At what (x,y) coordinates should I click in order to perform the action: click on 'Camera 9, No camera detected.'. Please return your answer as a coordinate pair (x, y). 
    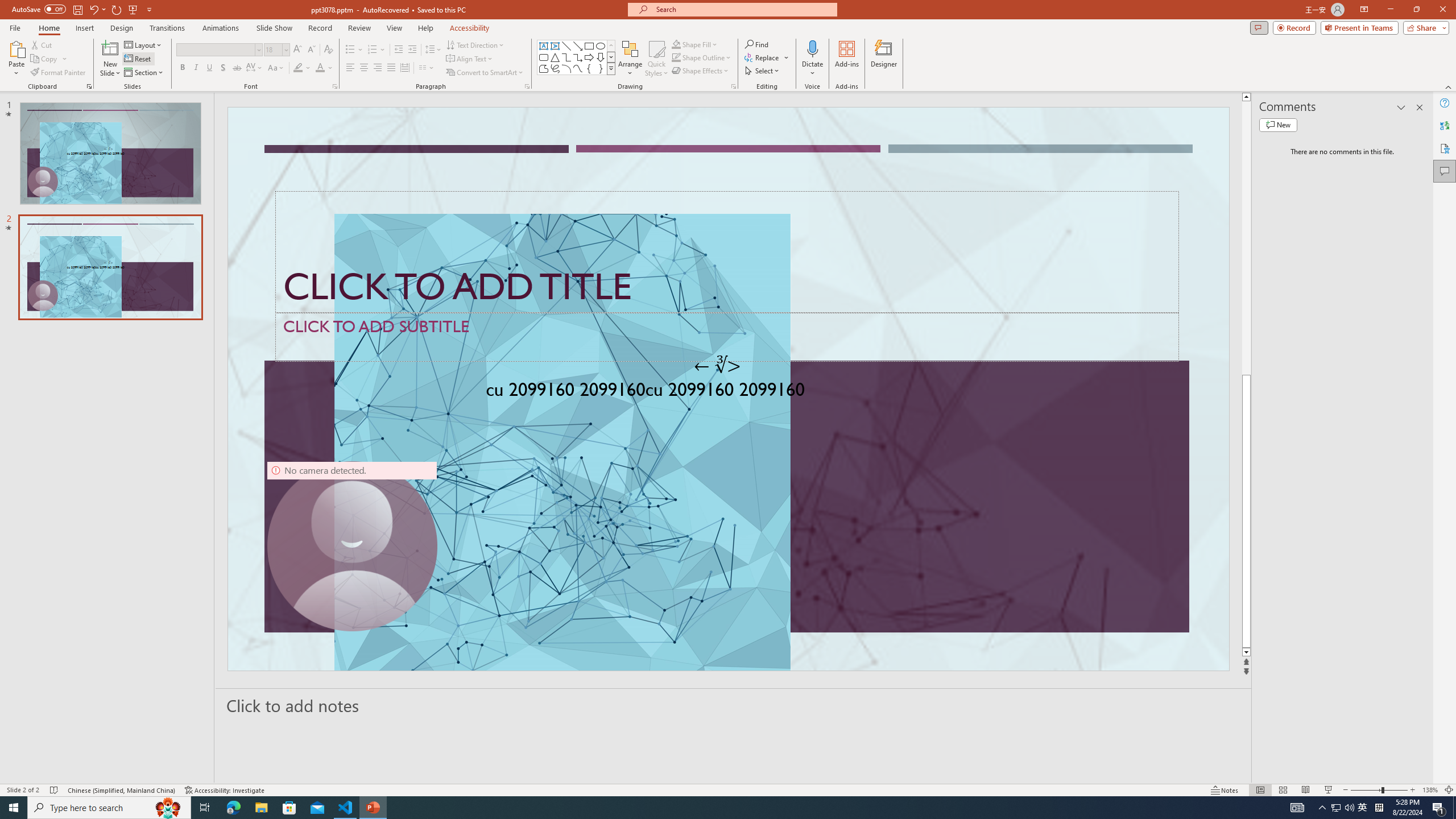
    Looking at the image, I should click on (352, 546).